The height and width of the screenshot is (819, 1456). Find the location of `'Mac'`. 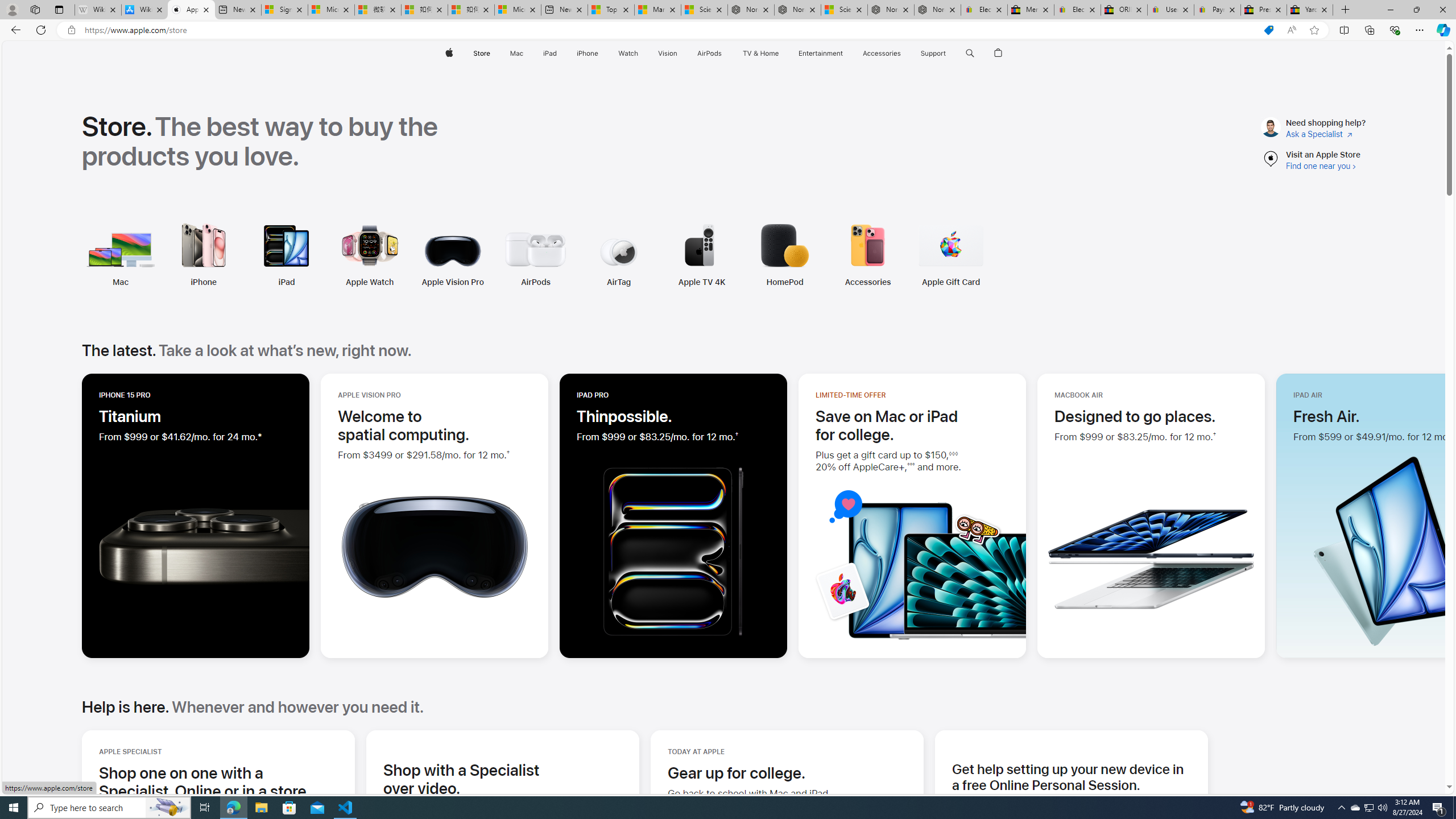

'Mac' is located at coordinates (120, 282).